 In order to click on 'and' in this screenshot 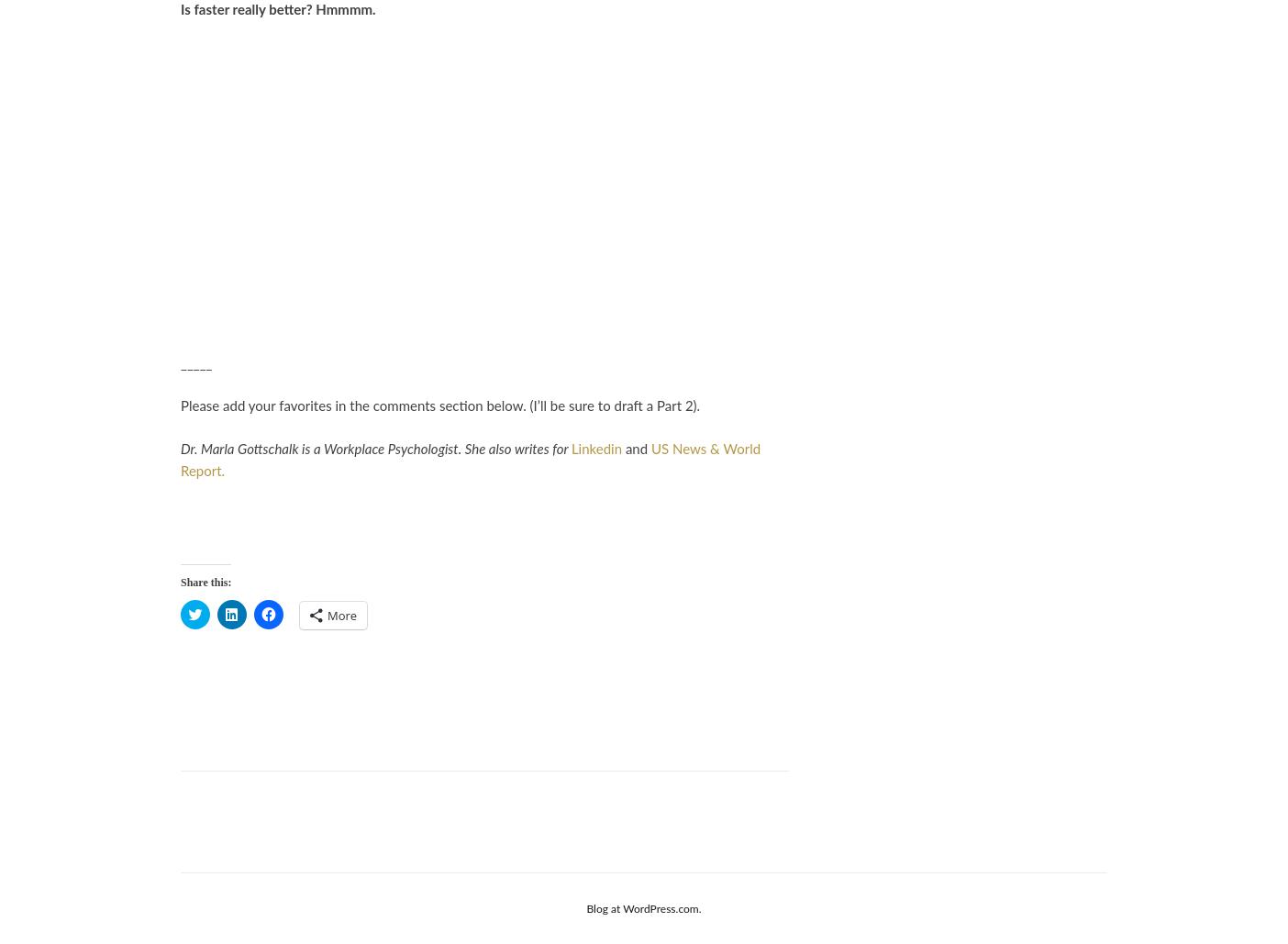, I will do `click(636, 449)`.